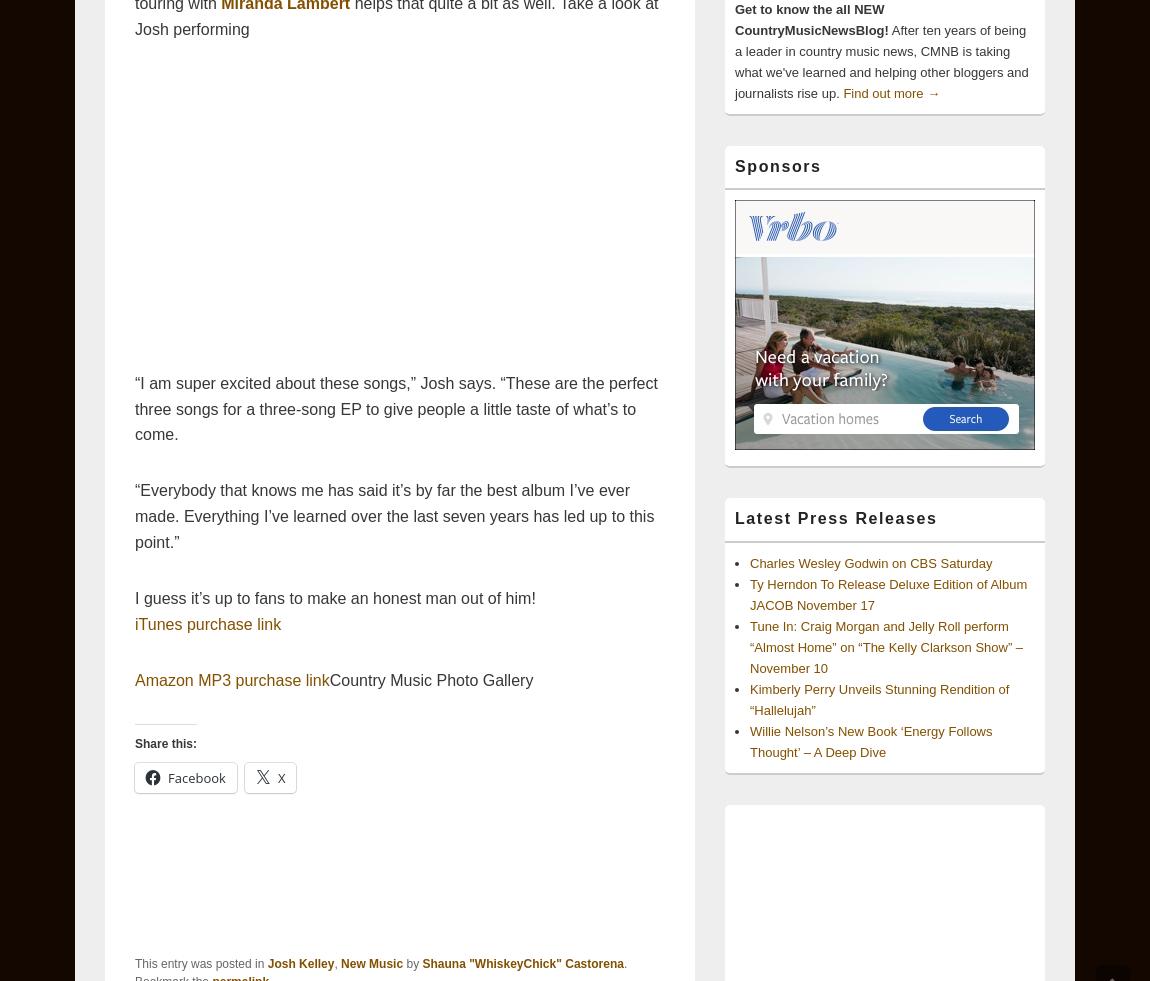 Image resolution: width=1150 pixels, height=981 pixels. Describe the element at coordinates (412, 964) in the screenshot. I see `'by'` at that location.